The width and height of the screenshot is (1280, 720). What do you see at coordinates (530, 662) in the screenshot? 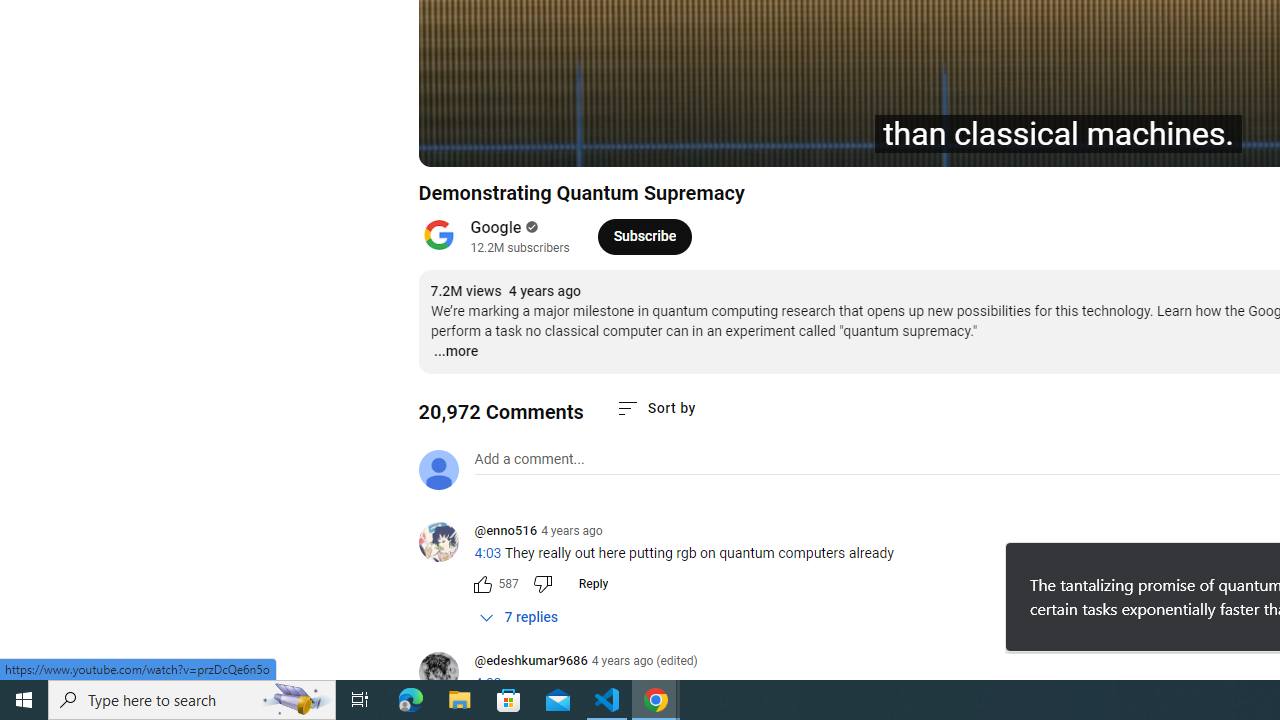
I see `'@edeshkumar9686'` at bounding box center [530, 662].